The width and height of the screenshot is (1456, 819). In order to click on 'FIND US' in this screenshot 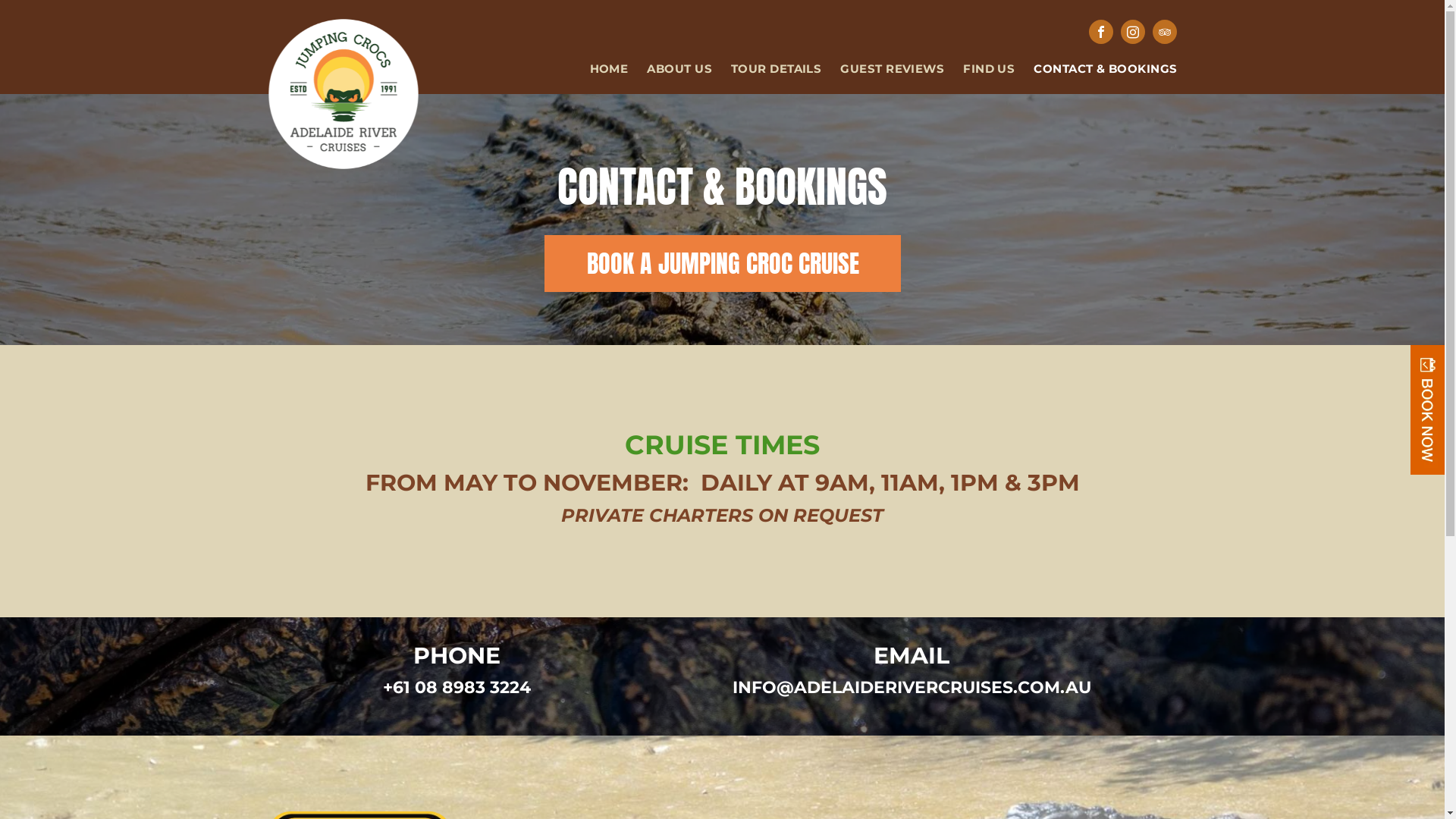, I will do `click(979, 69)`.